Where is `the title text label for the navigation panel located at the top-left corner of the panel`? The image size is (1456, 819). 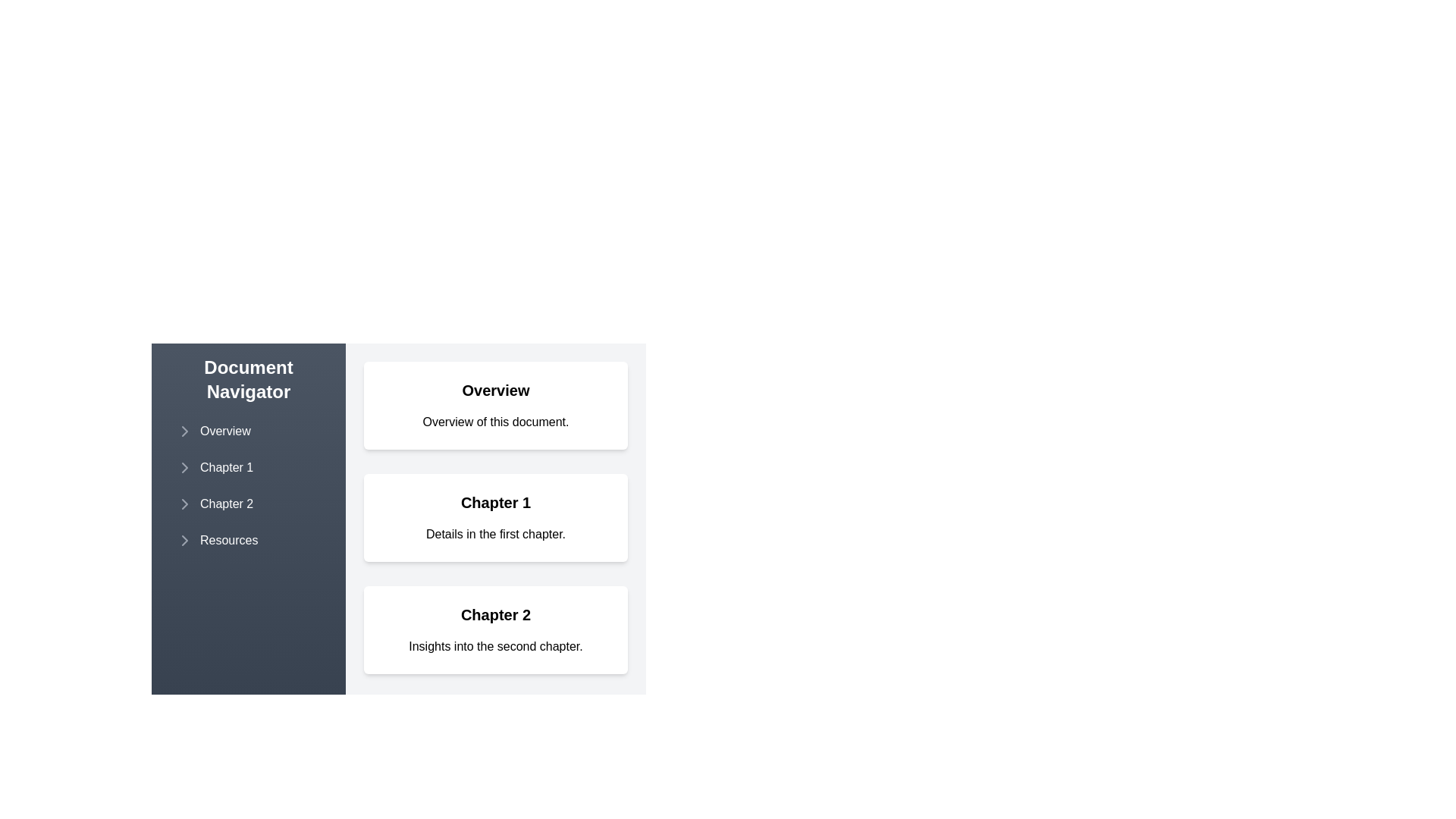 the title text label for the navigation panel located at the top-left corner of the panel is located at coordinates (248, 379).